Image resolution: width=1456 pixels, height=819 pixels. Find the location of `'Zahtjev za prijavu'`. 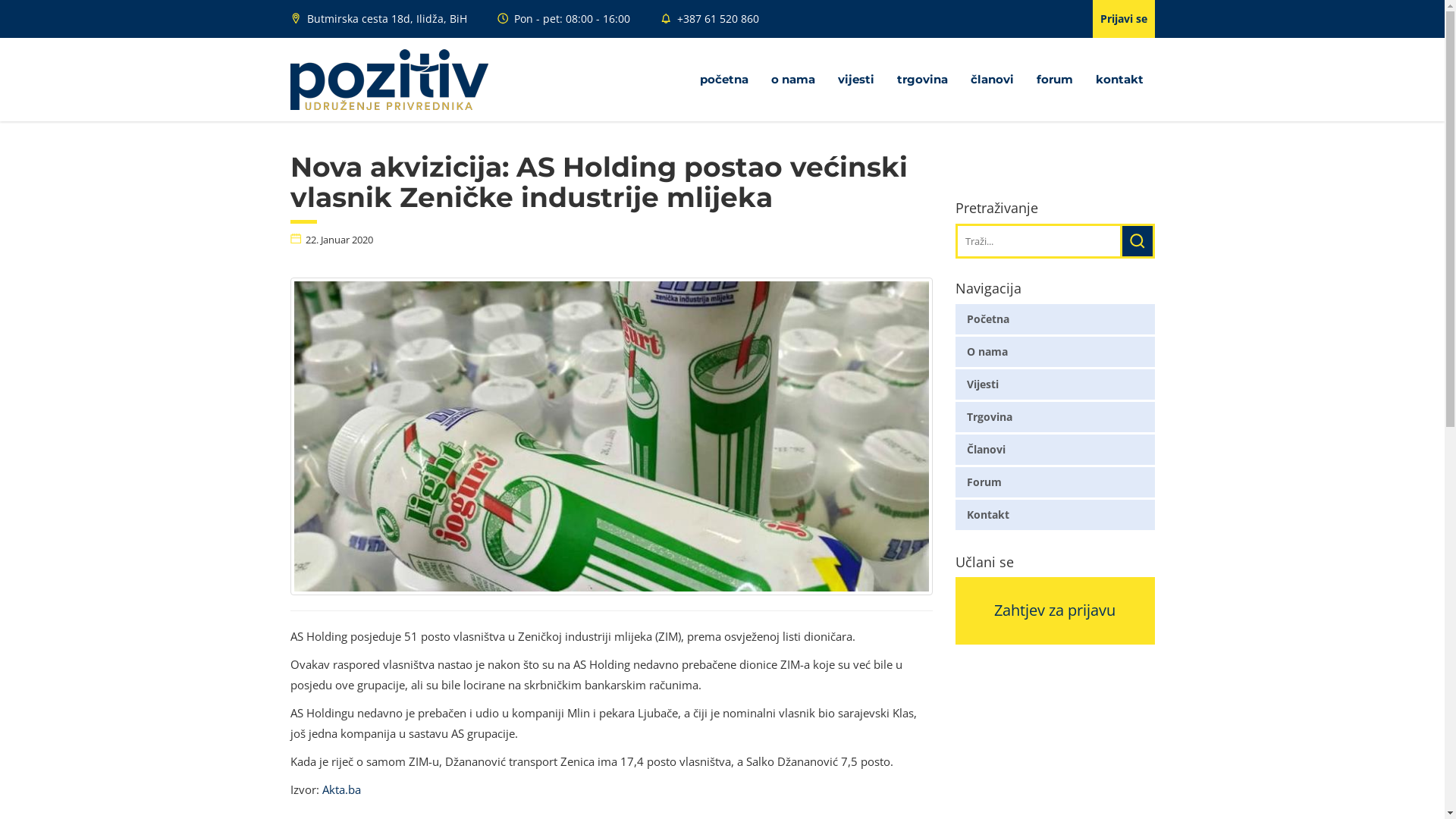

'Zahtjev za prijavu' is located at coordinates (954, 610).